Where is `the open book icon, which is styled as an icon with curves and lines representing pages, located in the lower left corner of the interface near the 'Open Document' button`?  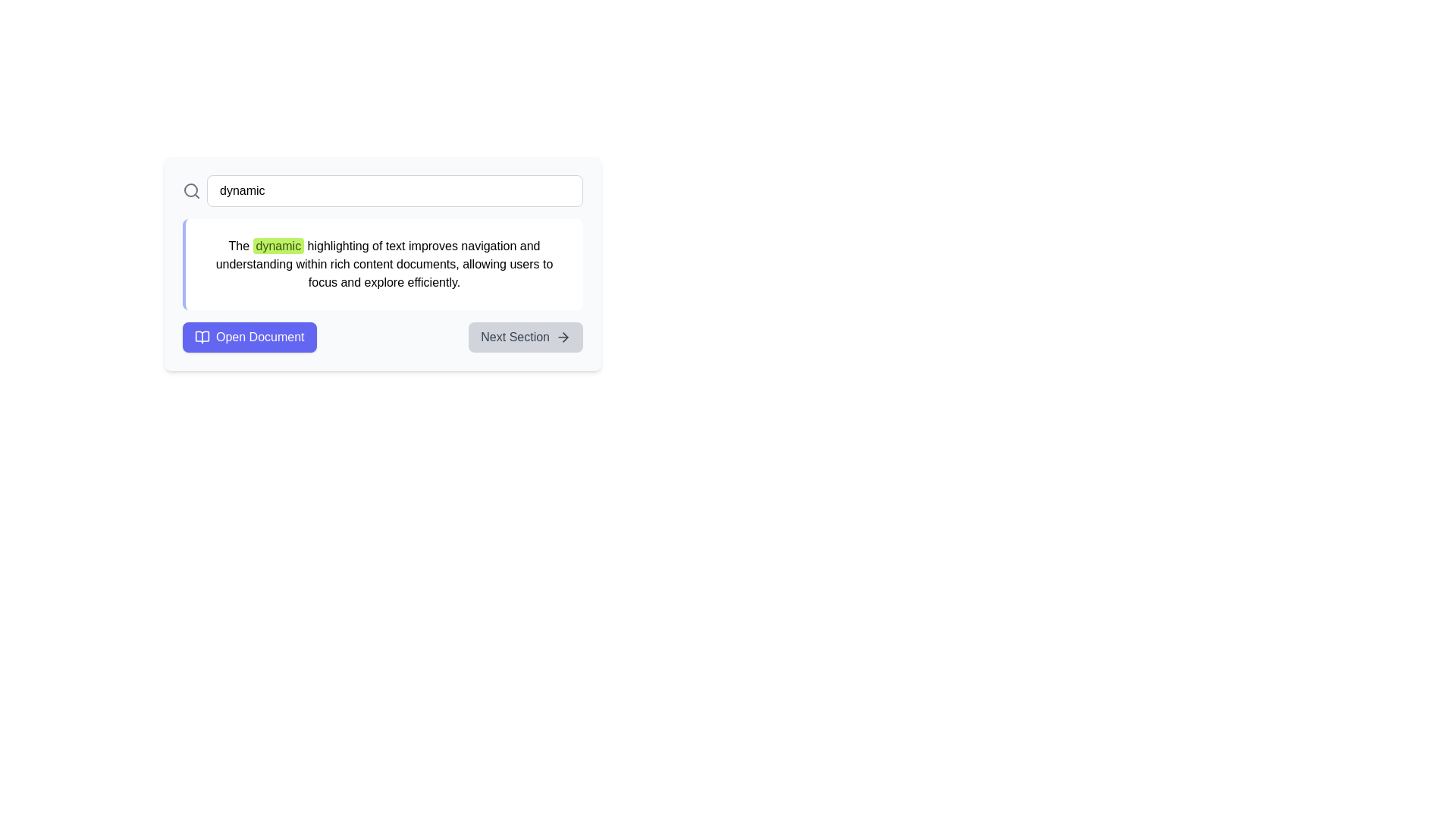 the open book icon, which is styled as an icon with curves and lines representing pages, located in the lower left corner of the interface near the 'Open Document' button is located at coordinates (202, 336).